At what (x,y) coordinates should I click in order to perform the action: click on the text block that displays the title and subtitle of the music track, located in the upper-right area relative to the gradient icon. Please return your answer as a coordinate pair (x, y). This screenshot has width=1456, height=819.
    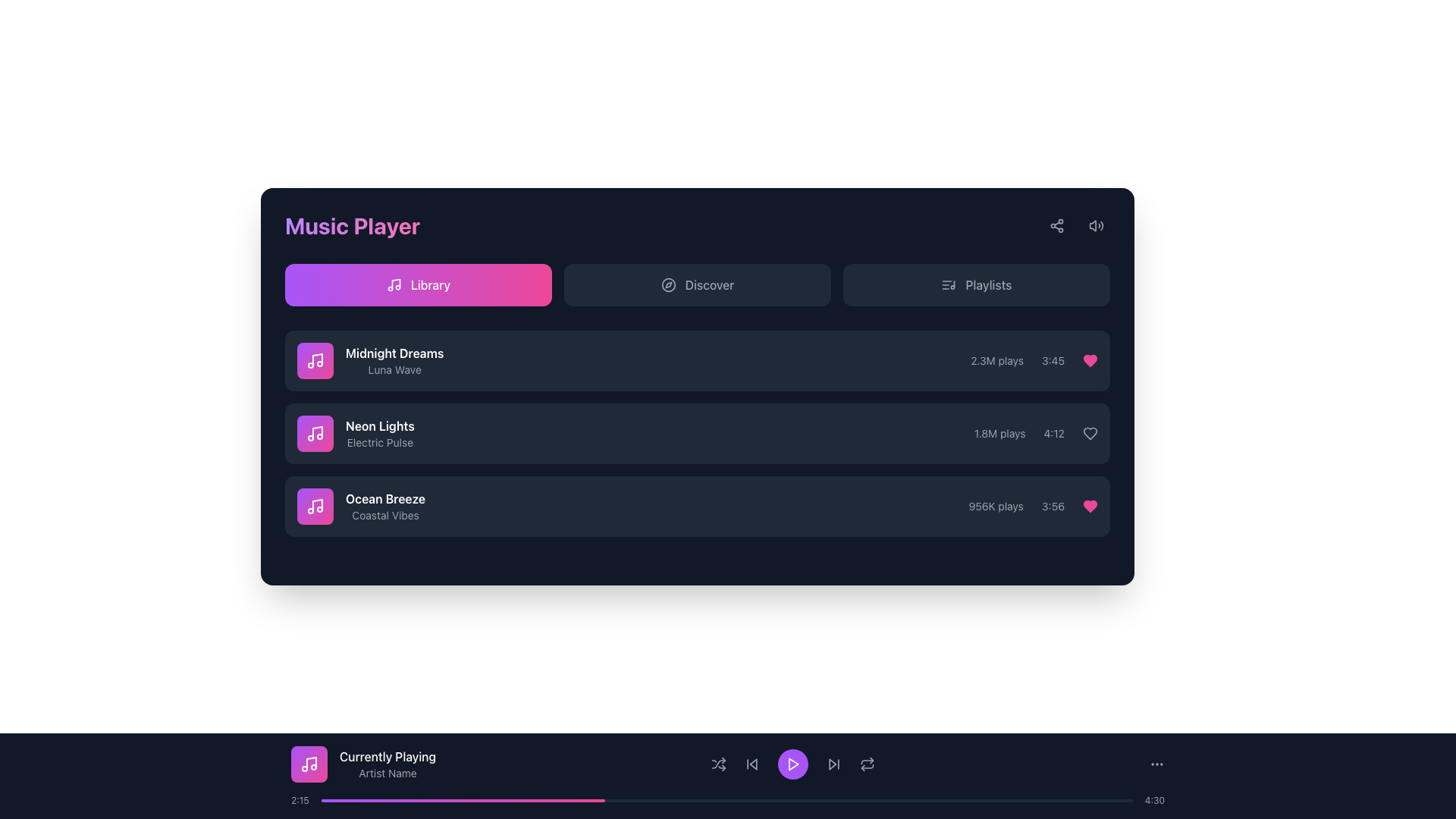
    Looking at the image, I should click on (394, 360).